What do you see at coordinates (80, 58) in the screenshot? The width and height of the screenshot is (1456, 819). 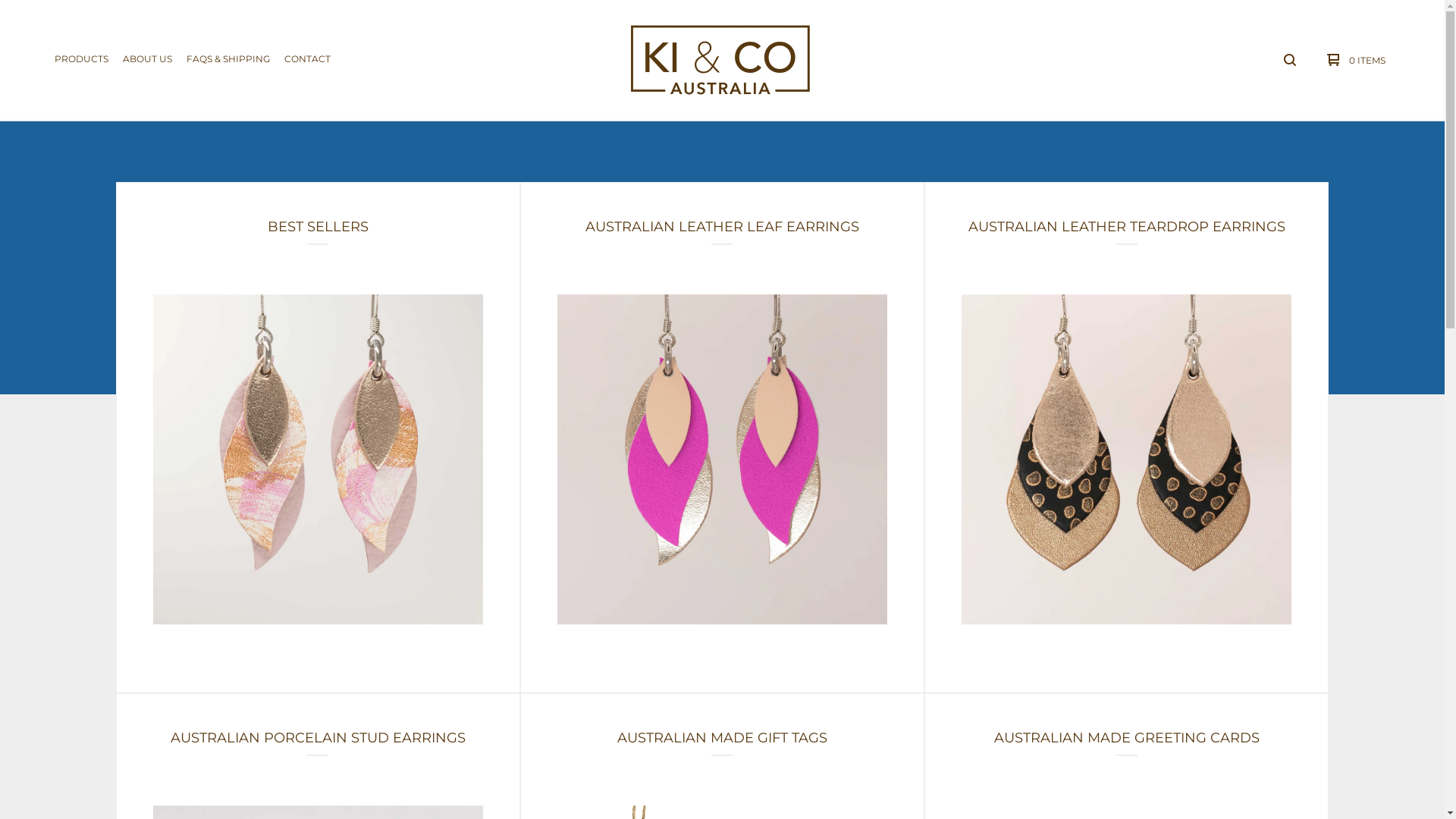 I see `'PRODUCTS'` at bounding box center [80, 58].